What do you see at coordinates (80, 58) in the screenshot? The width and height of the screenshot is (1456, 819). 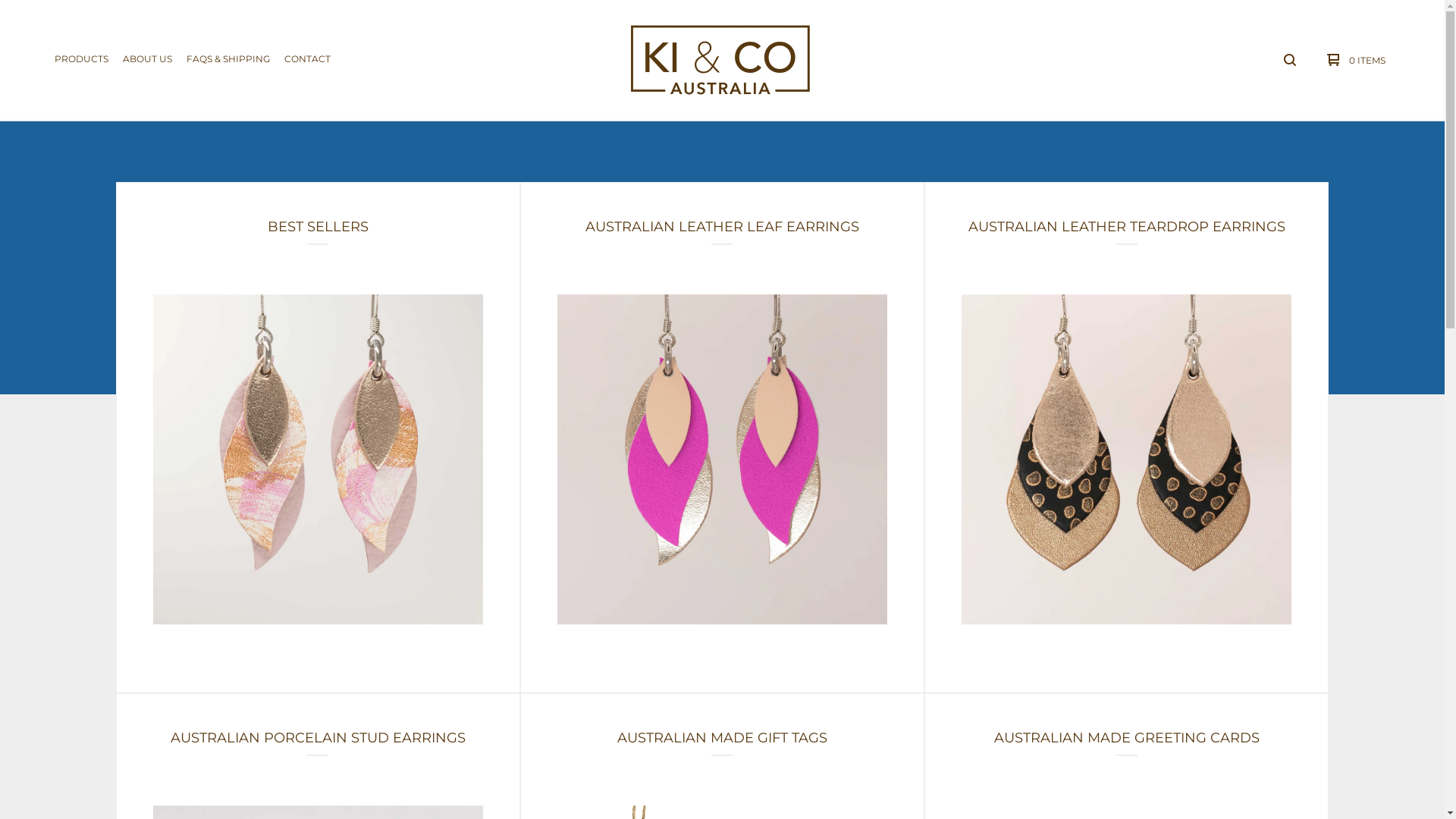 I see `'PRODUCTS'` at bounding box center [80, 58].